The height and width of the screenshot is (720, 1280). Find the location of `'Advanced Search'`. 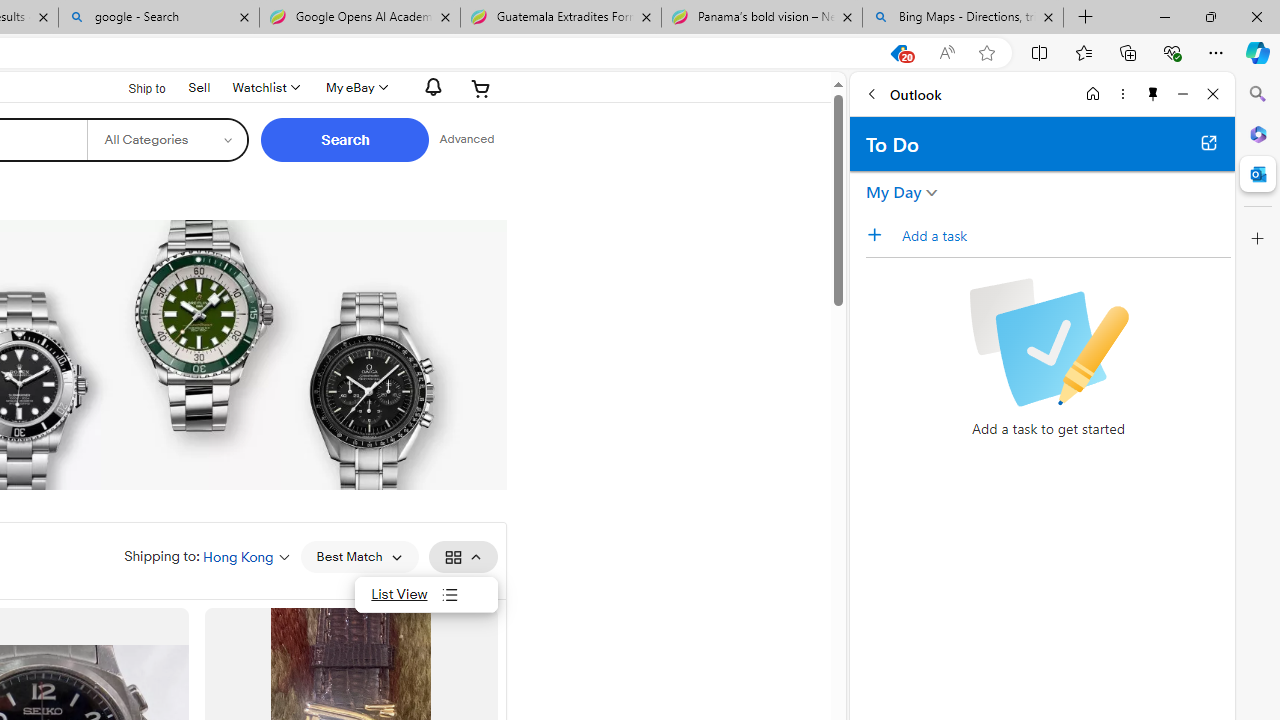

'Advanced Search' is located at coordinates (466, 139).